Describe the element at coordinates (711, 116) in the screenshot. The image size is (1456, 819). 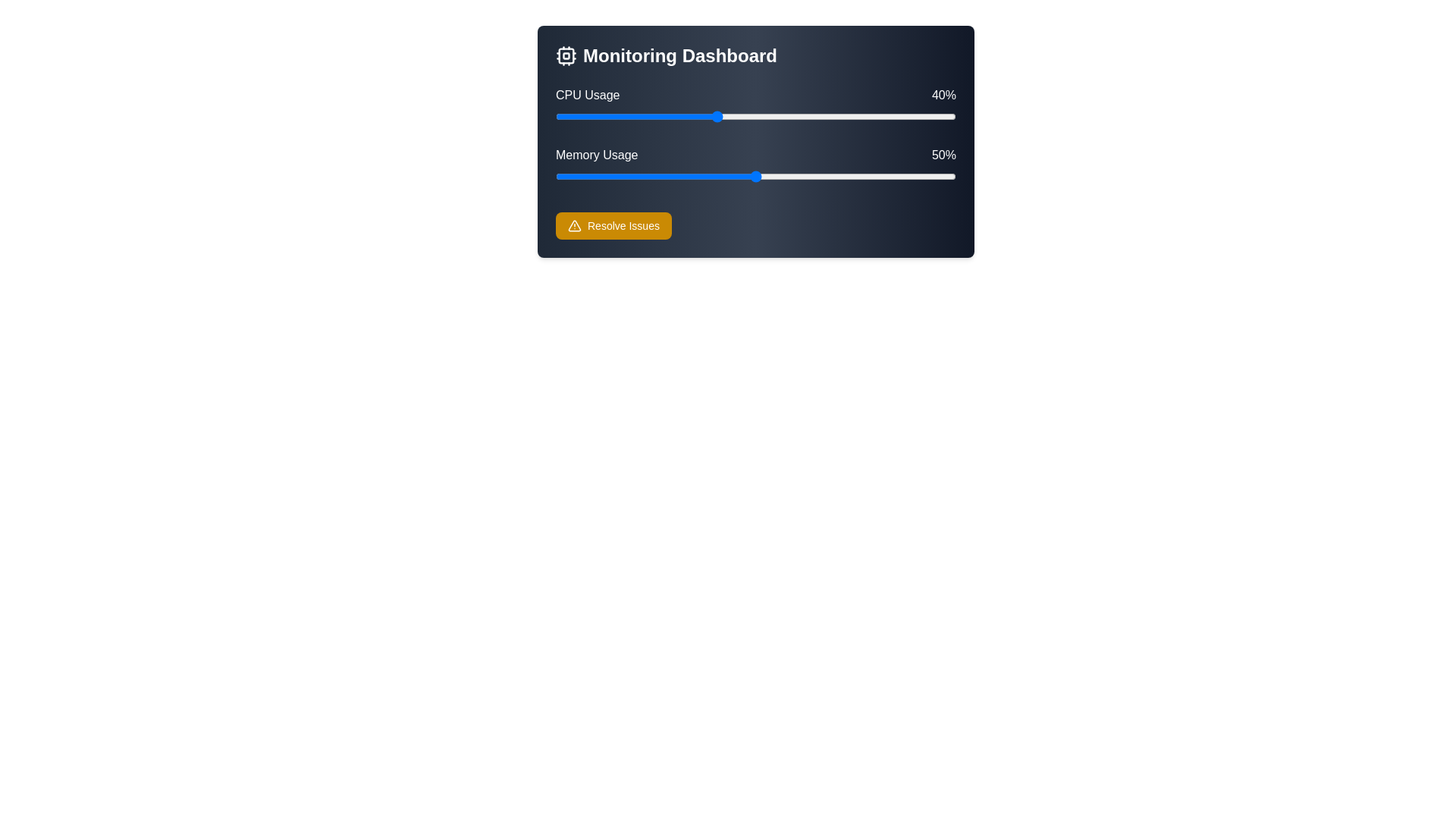
I see `CPU usage` at that location.